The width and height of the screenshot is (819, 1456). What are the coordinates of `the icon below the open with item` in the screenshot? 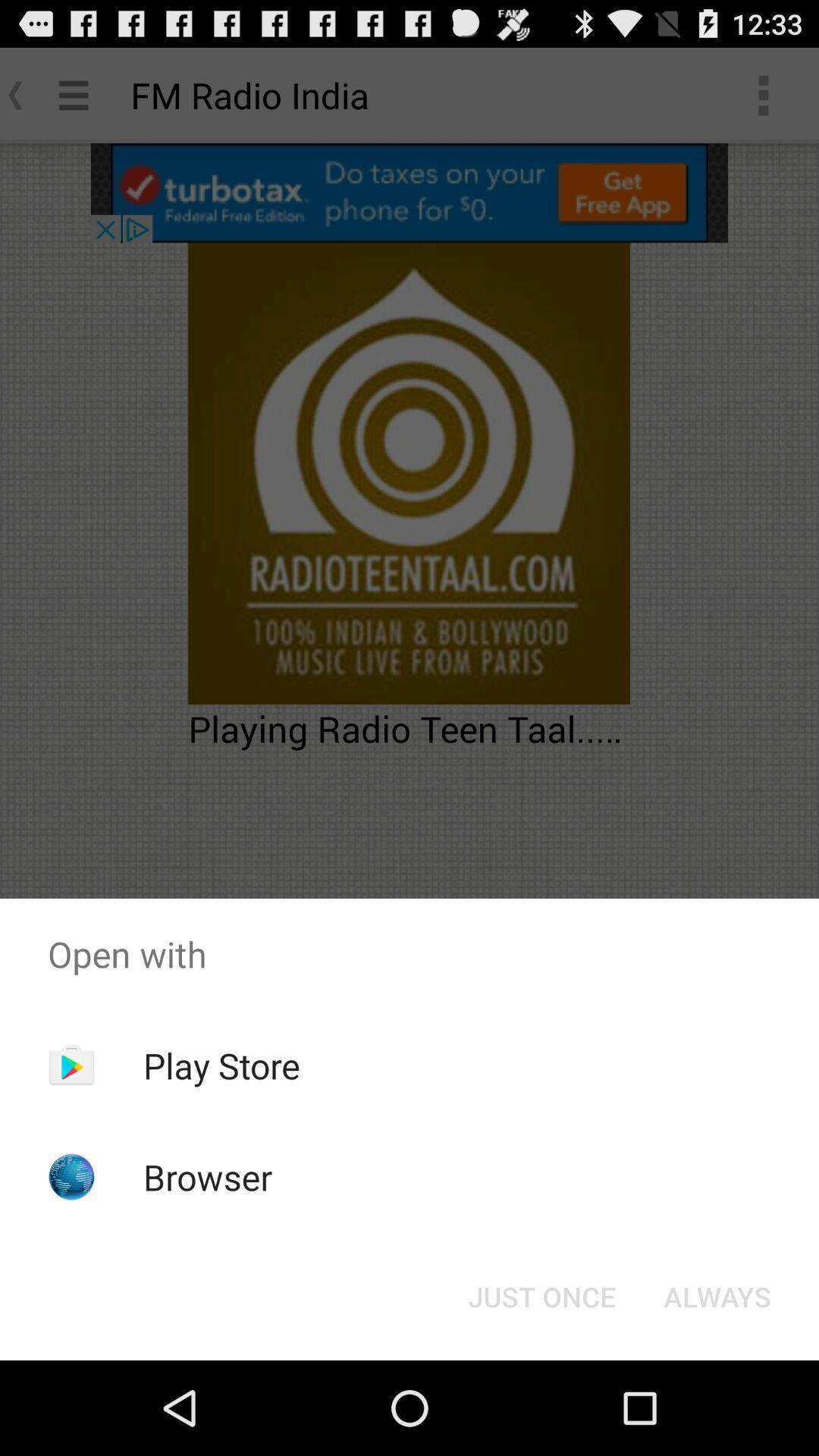 It's located at (221, 1065).